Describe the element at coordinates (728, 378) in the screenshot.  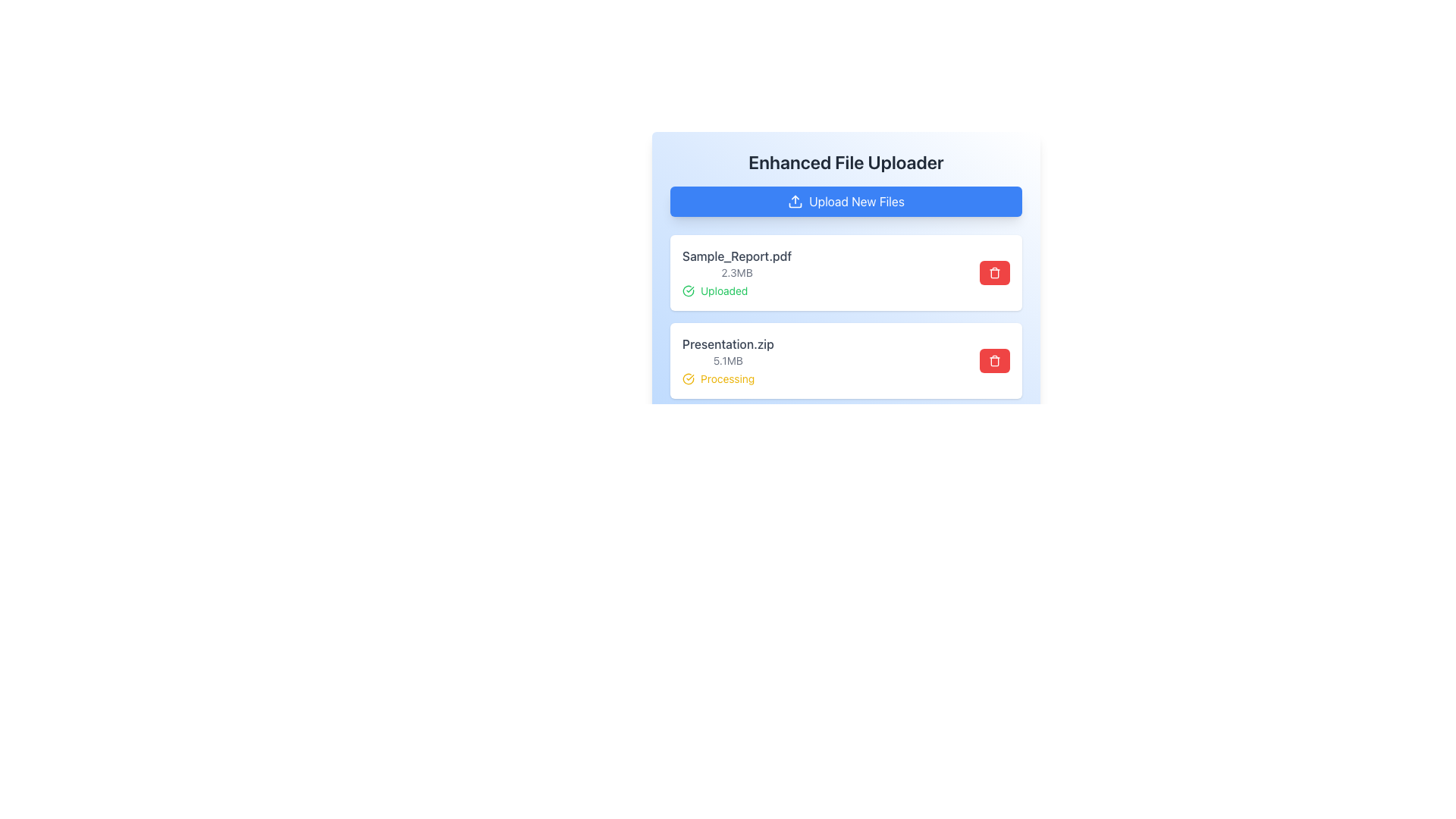
I see `the status indicator text label with icon located below the file name 'Presentation.zip' in the lower section of the item card` at that location.